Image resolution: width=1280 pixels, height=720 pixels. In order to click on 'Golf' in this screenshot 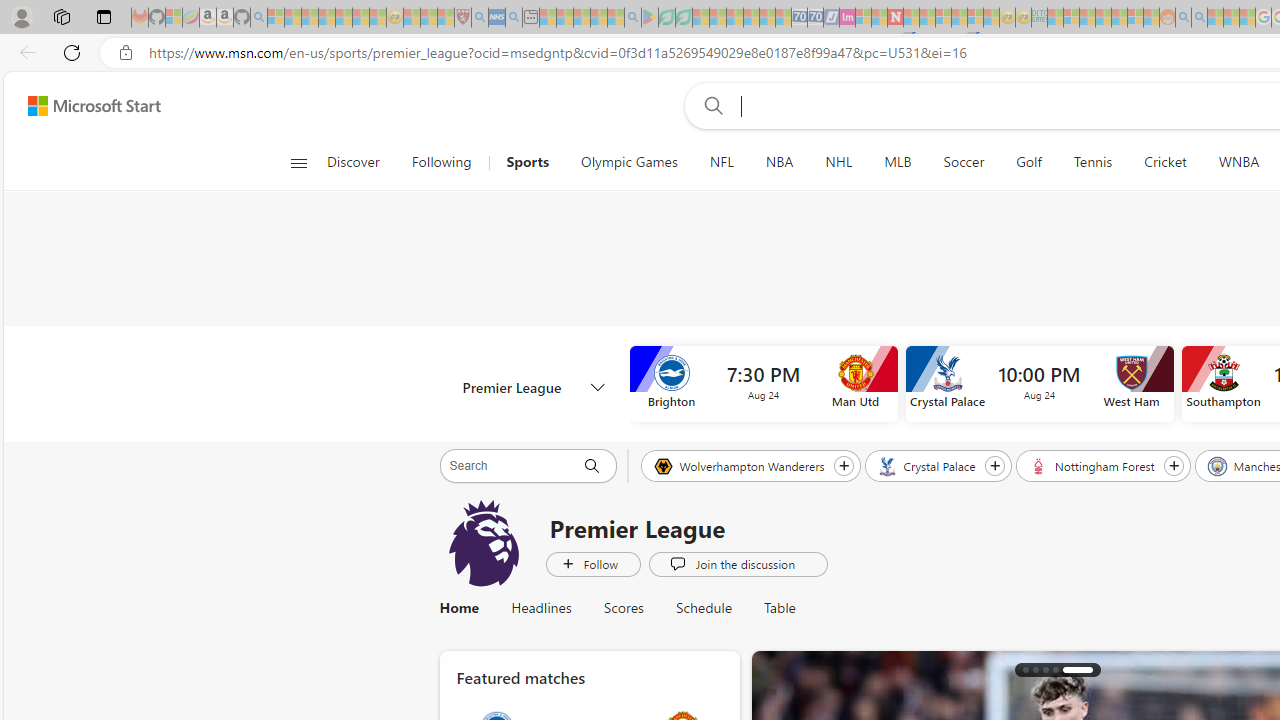, I will do `click(1029, 162)`.